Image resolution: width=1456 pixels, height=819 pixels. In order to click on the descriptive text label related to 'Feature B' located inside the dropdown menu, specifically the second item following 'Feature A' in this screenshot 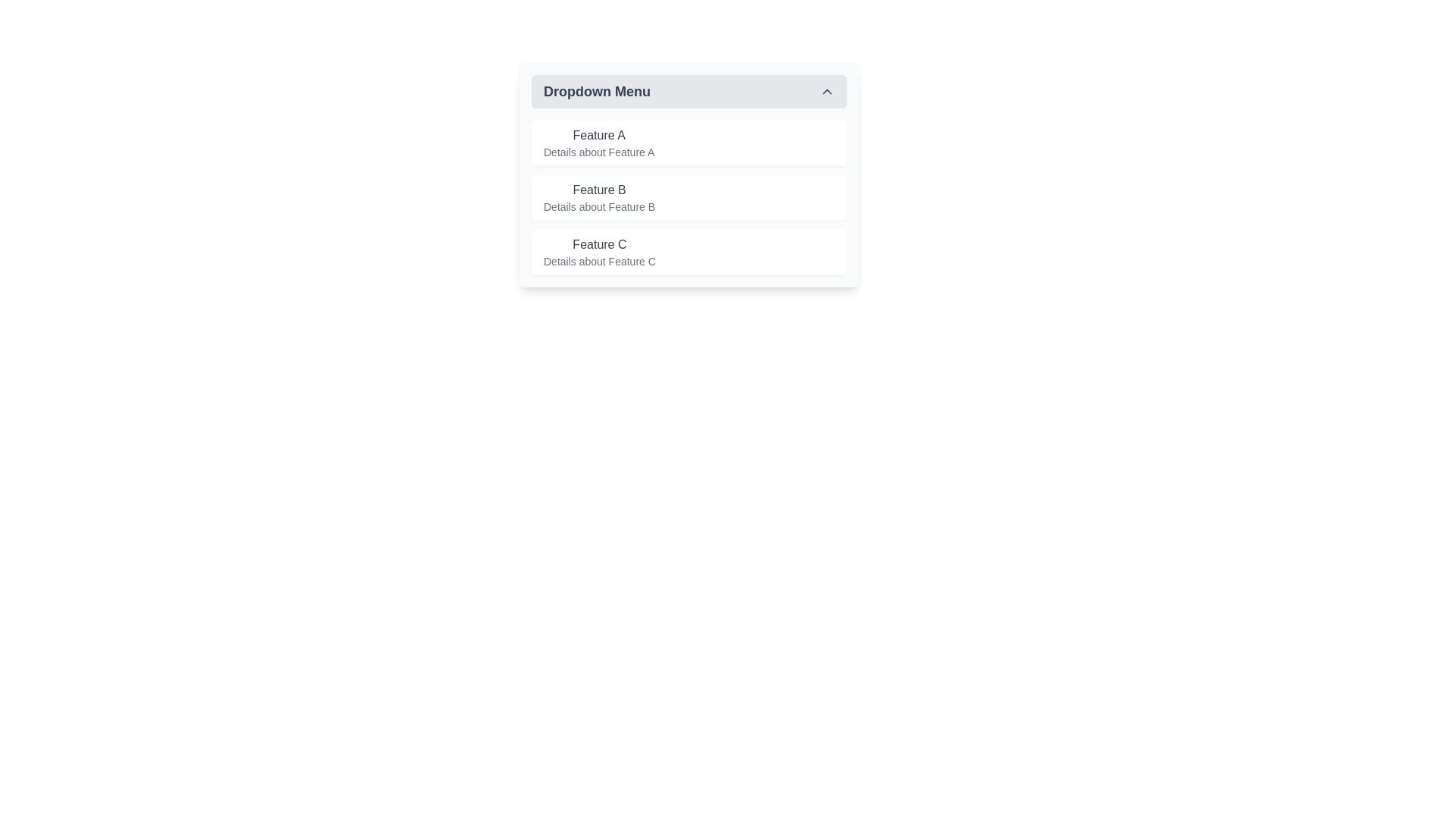, I will do `click(598, 207)`.